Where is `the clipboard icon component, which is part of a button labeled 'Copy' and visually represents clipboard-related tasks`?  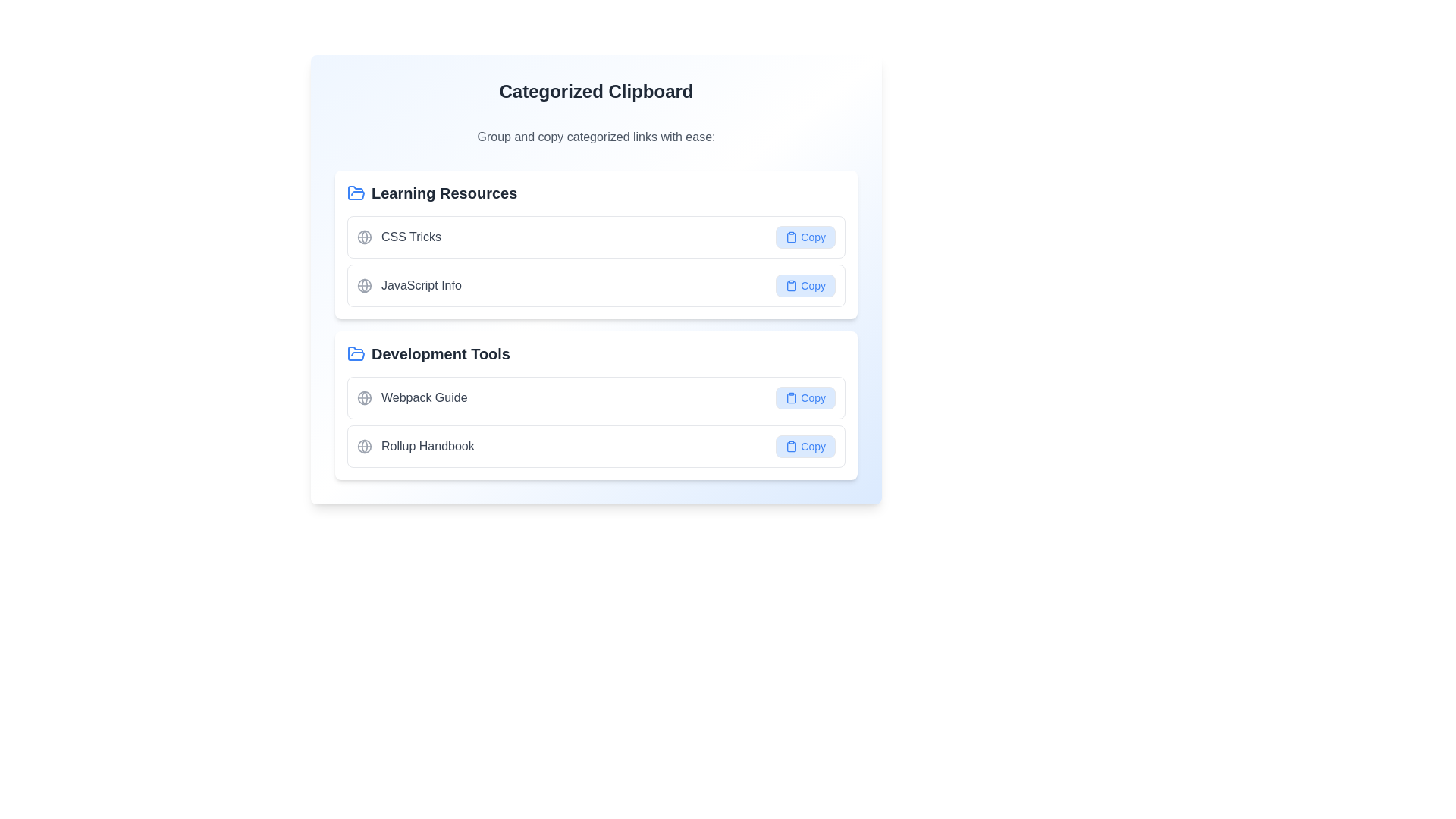 the clipboard icon component, which is part of a button labeled 'Copy' and visually represents clipboard-related tasks is located at coordinates (791, 446).